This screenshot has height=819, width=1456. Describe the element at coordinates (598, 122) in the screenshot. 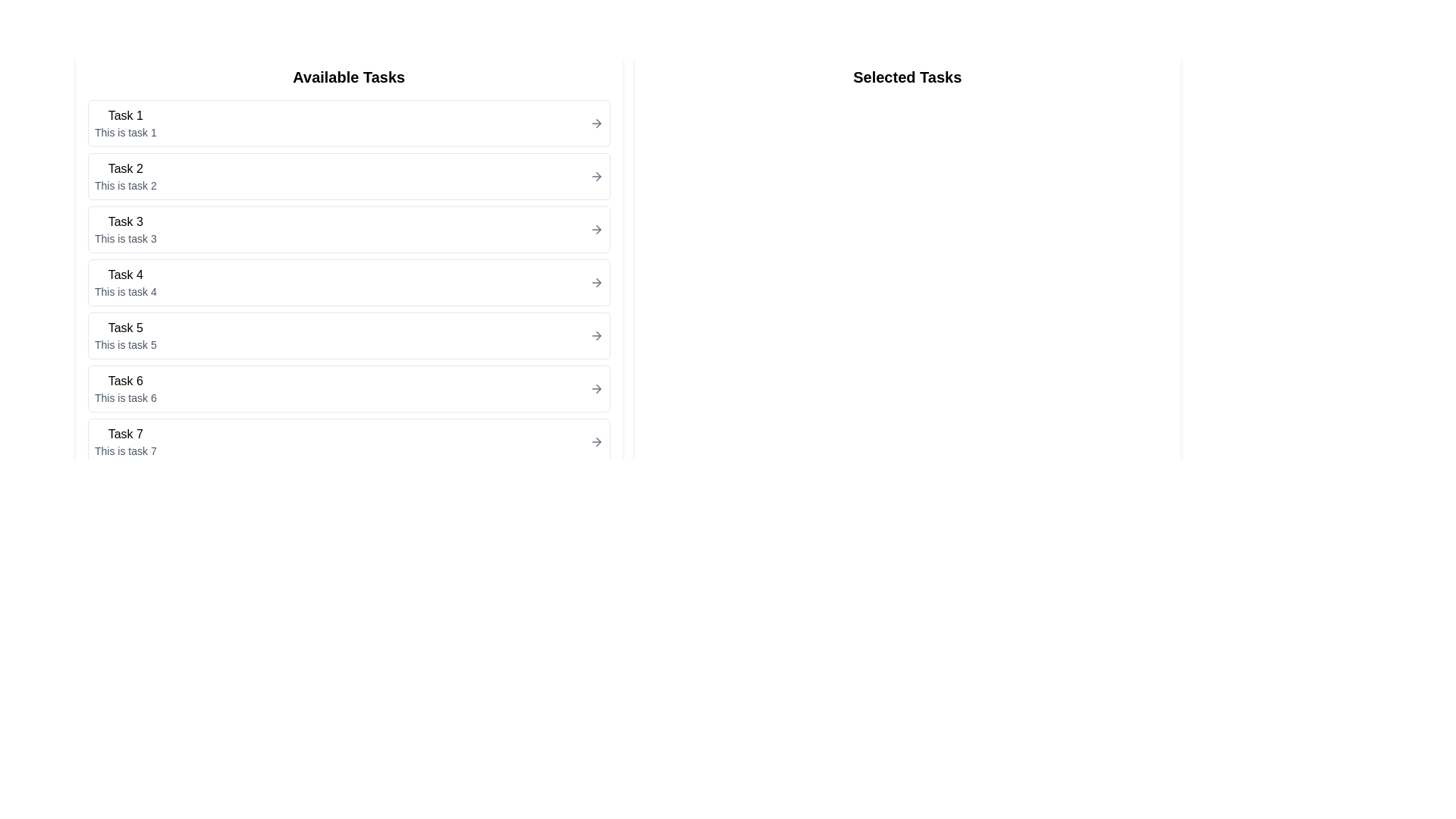

I see `the rightward-facing arrow glyph SVG icon located in the 'Available Tasks' section of the 'Task 1' list item` at that location.